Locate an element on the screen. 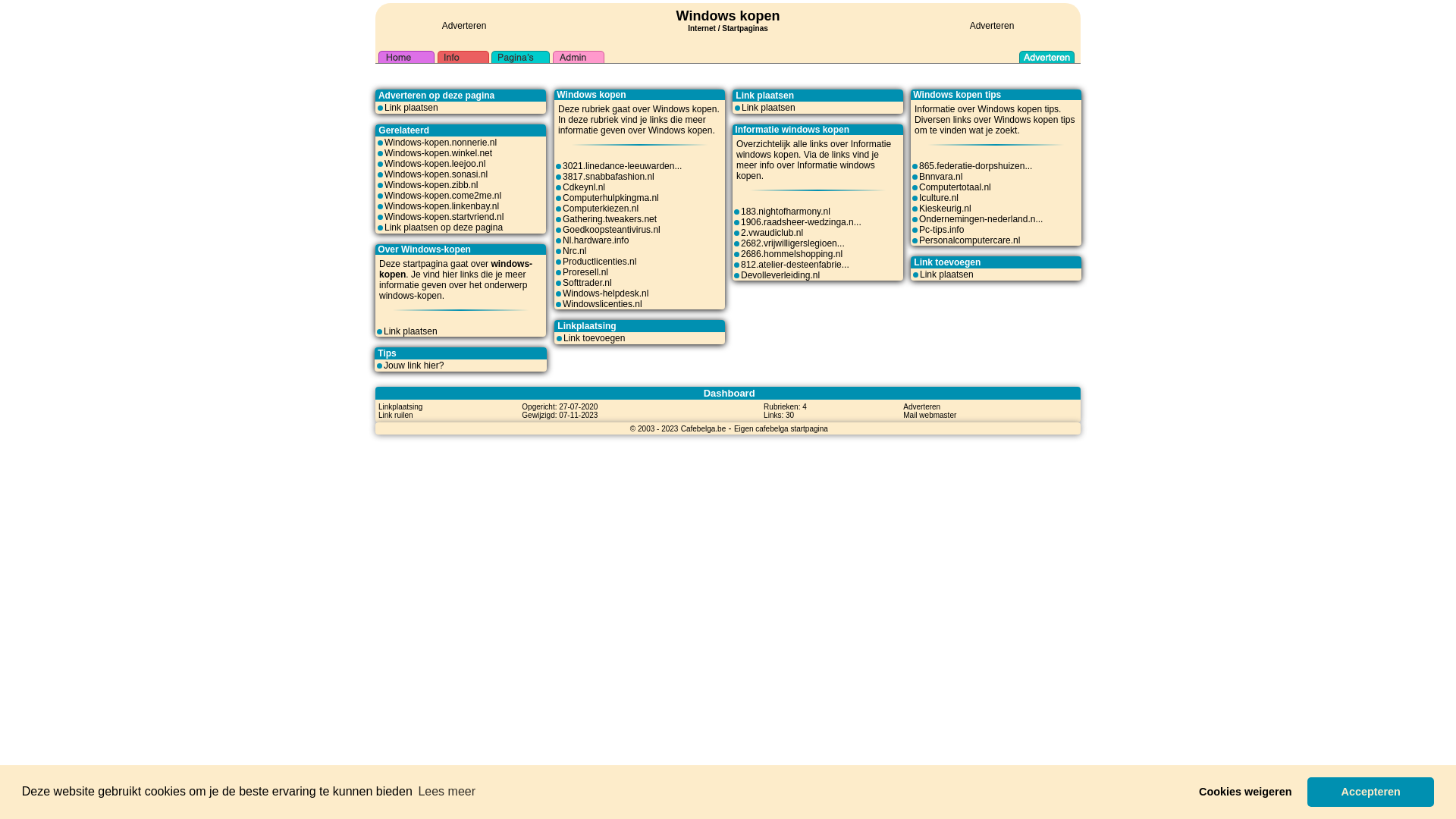 This screenshot has width=1456, height=819. 'Pc-tips.info' is located at coordinates (918, 230).